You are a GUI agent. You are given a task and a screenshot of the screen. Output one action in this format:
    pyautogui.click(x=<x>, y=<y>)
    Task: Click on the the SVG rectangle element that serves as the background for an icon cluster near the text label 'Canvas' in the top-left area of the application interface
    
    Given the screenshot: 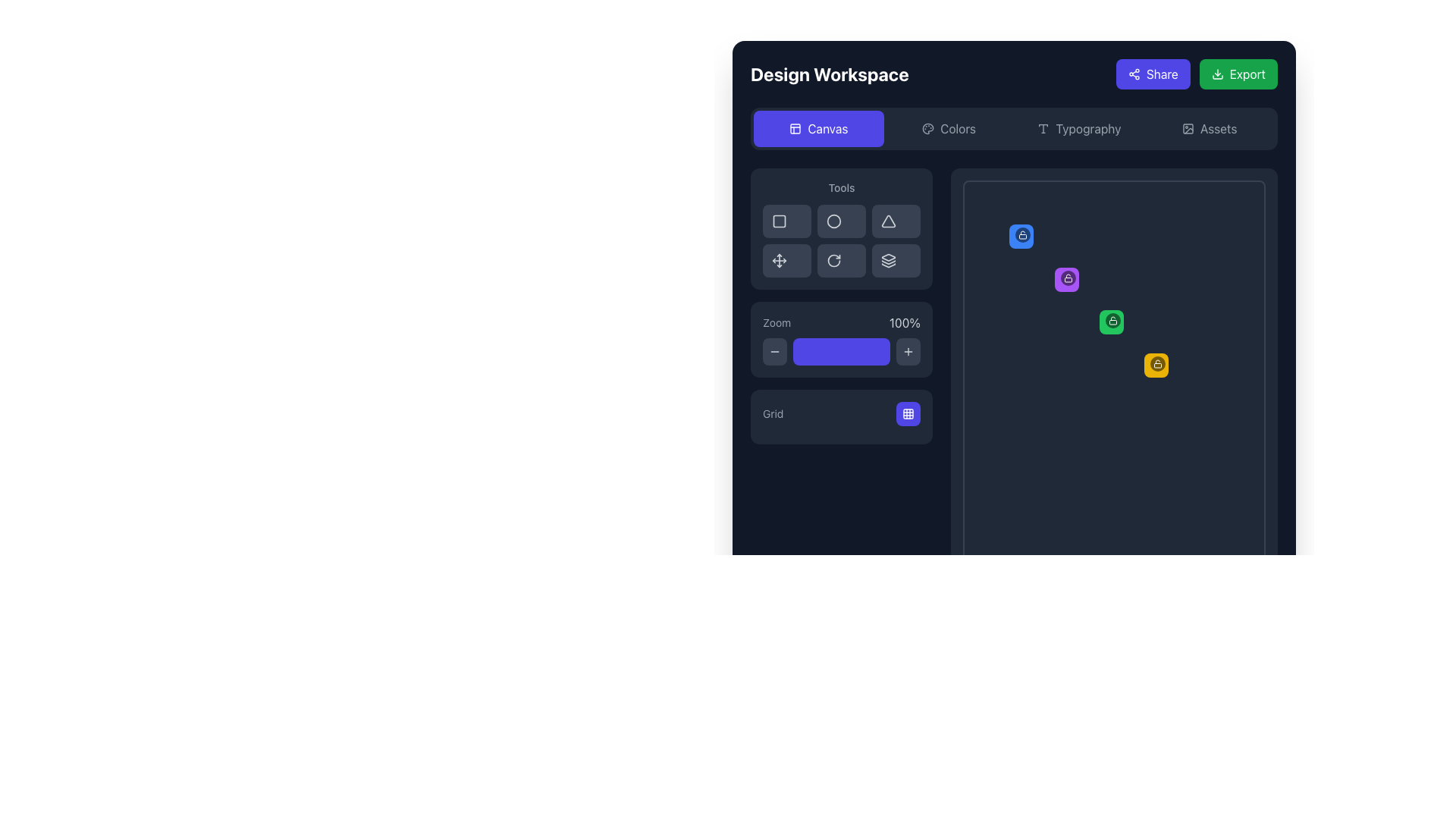 What is the action you would take?
    pyautogui.click(x=795, y=127)
    